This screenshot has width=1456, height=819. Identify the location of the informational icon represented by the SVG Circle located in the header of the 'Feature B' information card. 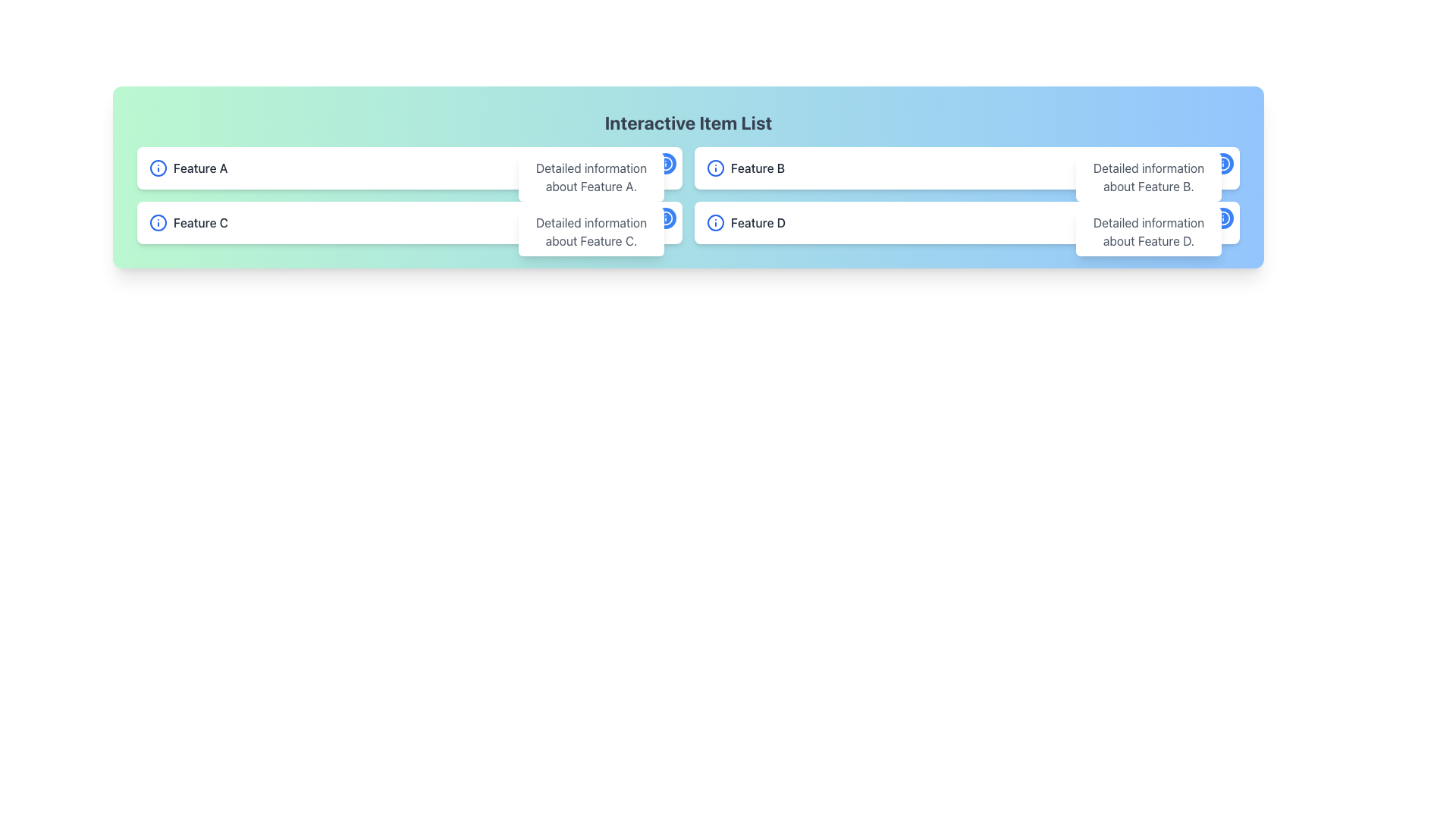
(666, 164).